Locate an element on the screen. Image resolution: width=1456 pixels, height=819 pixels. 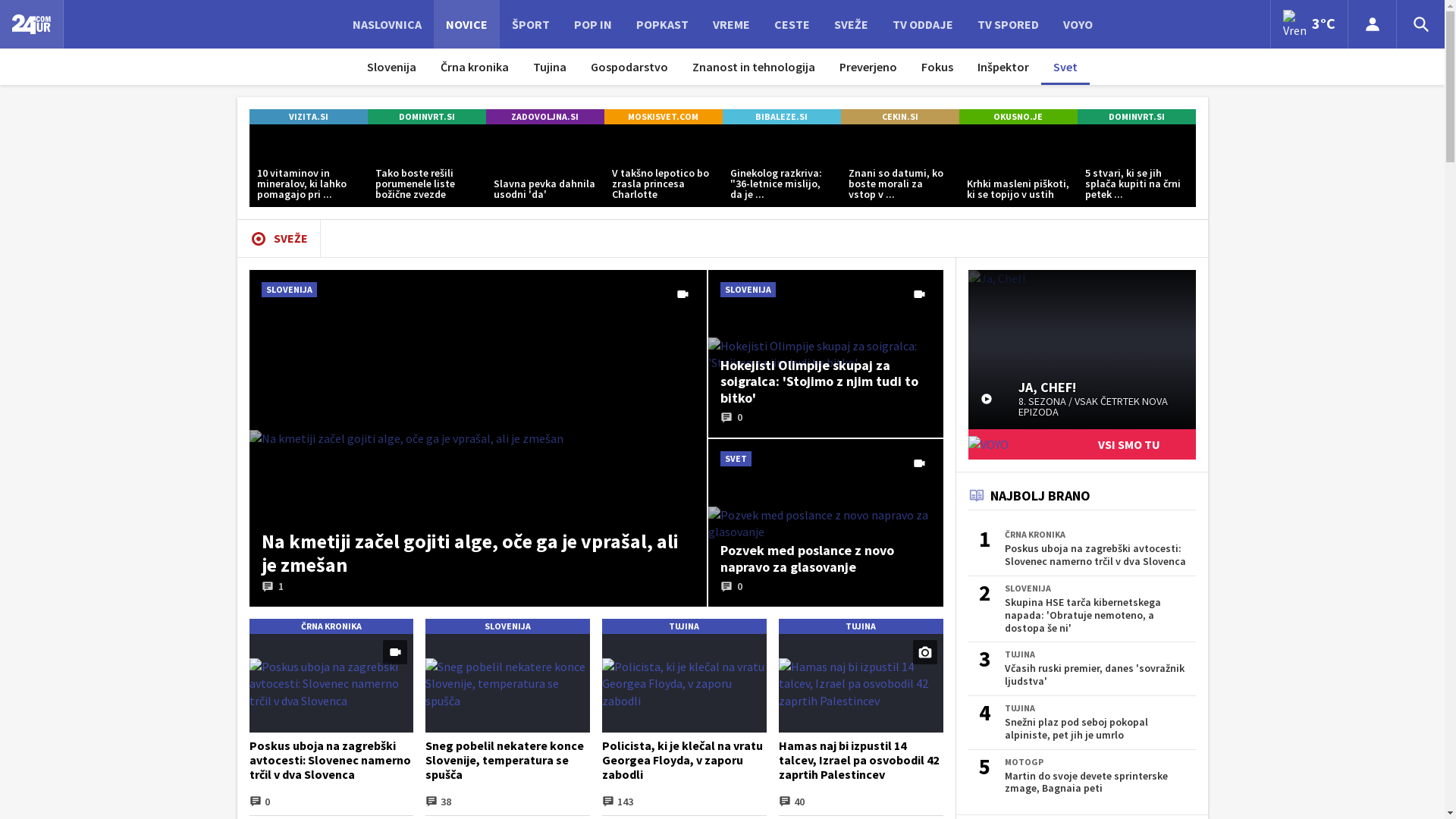
'Tujina' is located at coordinates (548, 66).